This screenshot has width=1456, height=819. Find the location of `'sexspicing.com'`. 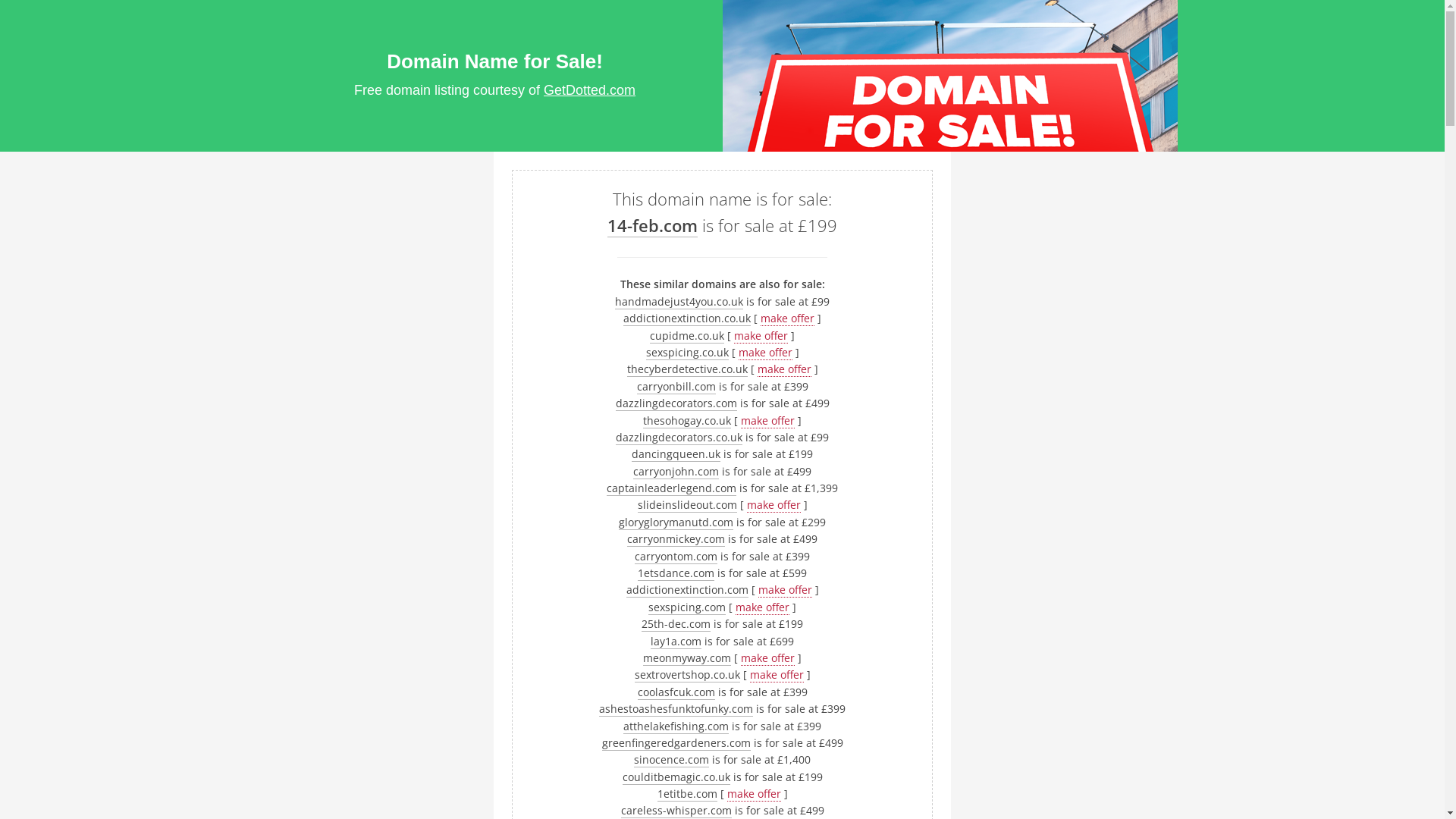

'sexspicing.com' is located at coordinates (648, 607).